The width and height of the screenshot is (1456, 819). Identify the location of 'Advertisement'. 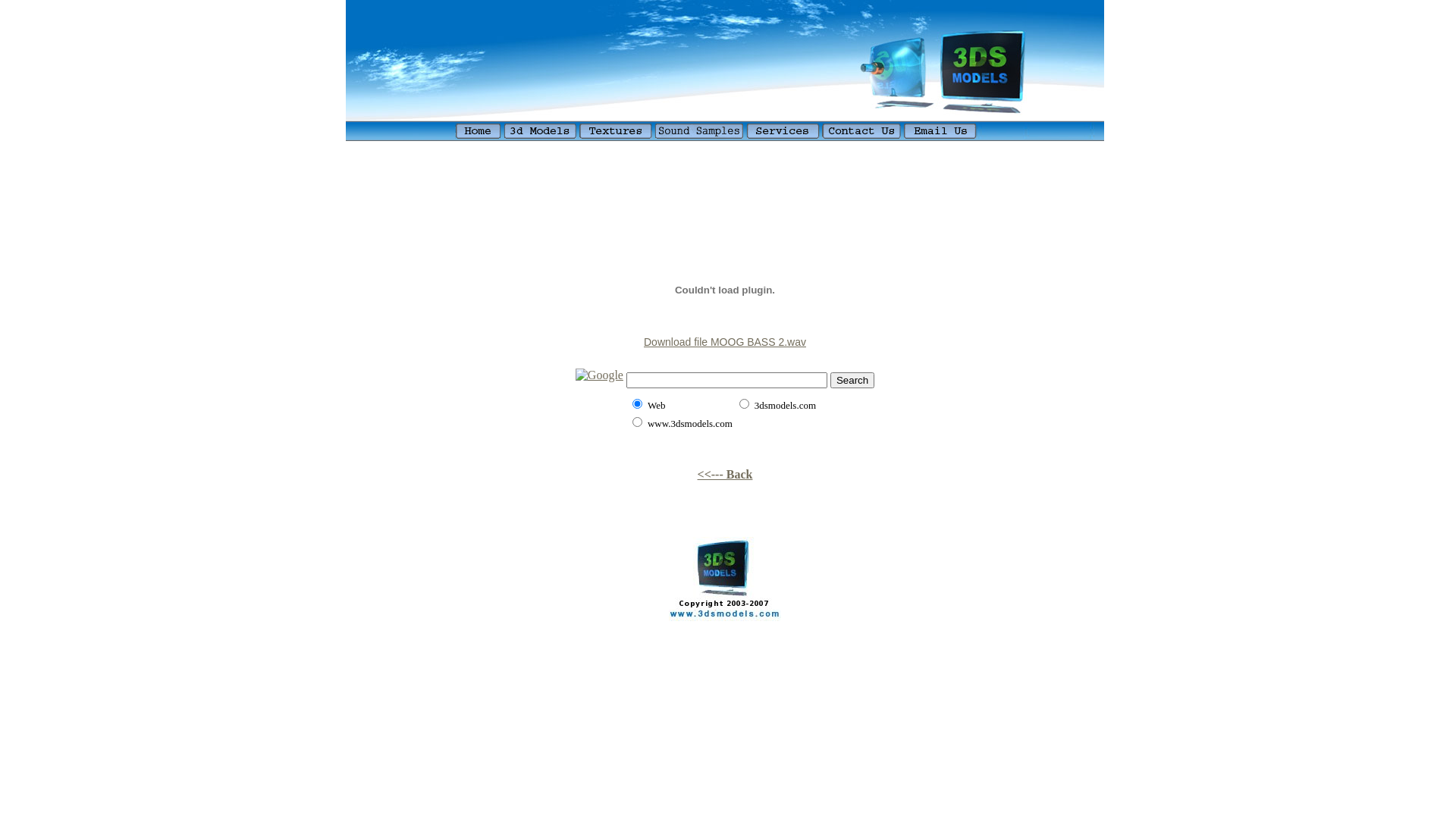
(723, 150).